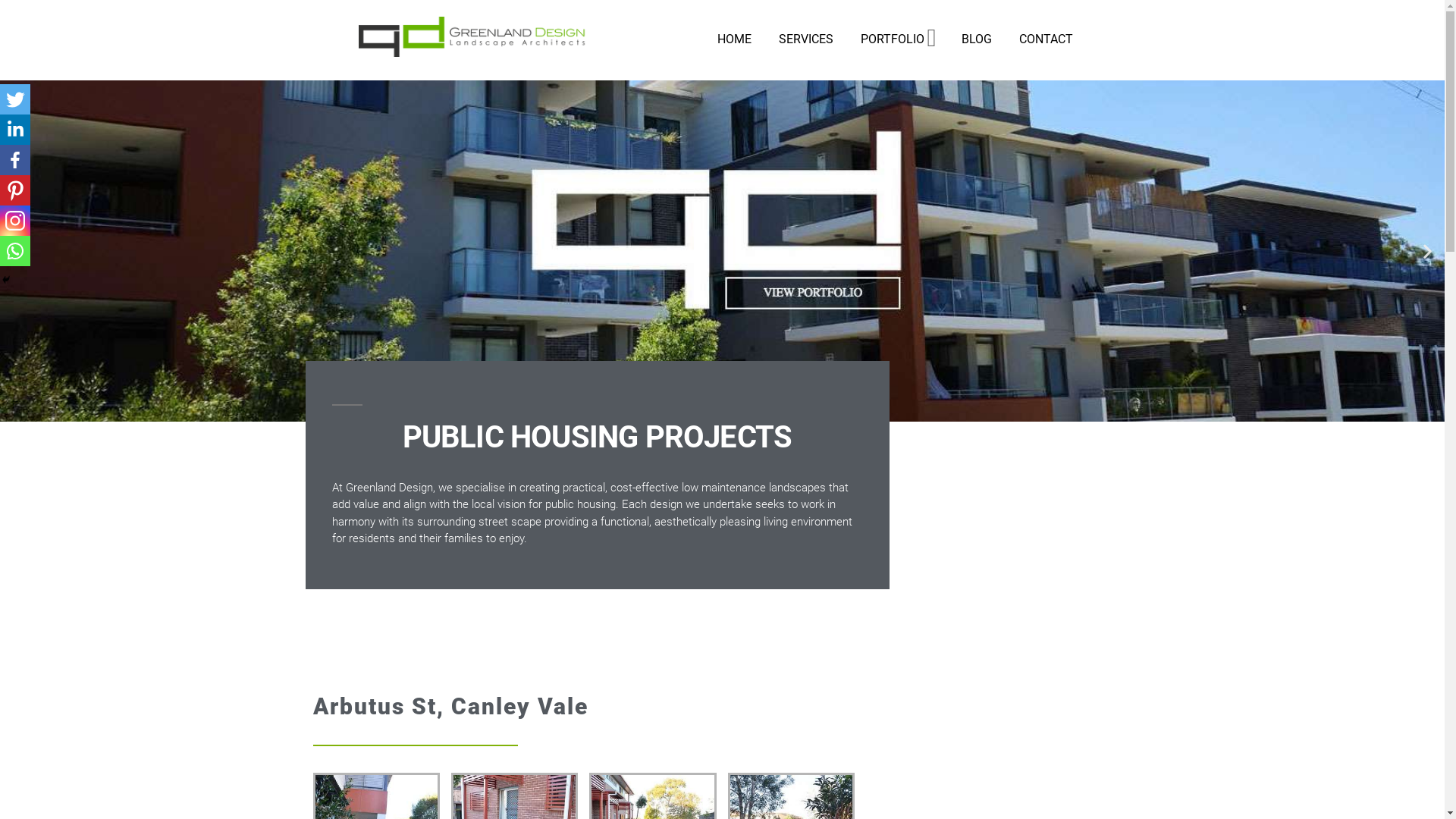 This screenshot has width=1456, height=819. Describe the element at coordinates (805, 39) in the screenshot. I see `'SERVICES'` at that location.